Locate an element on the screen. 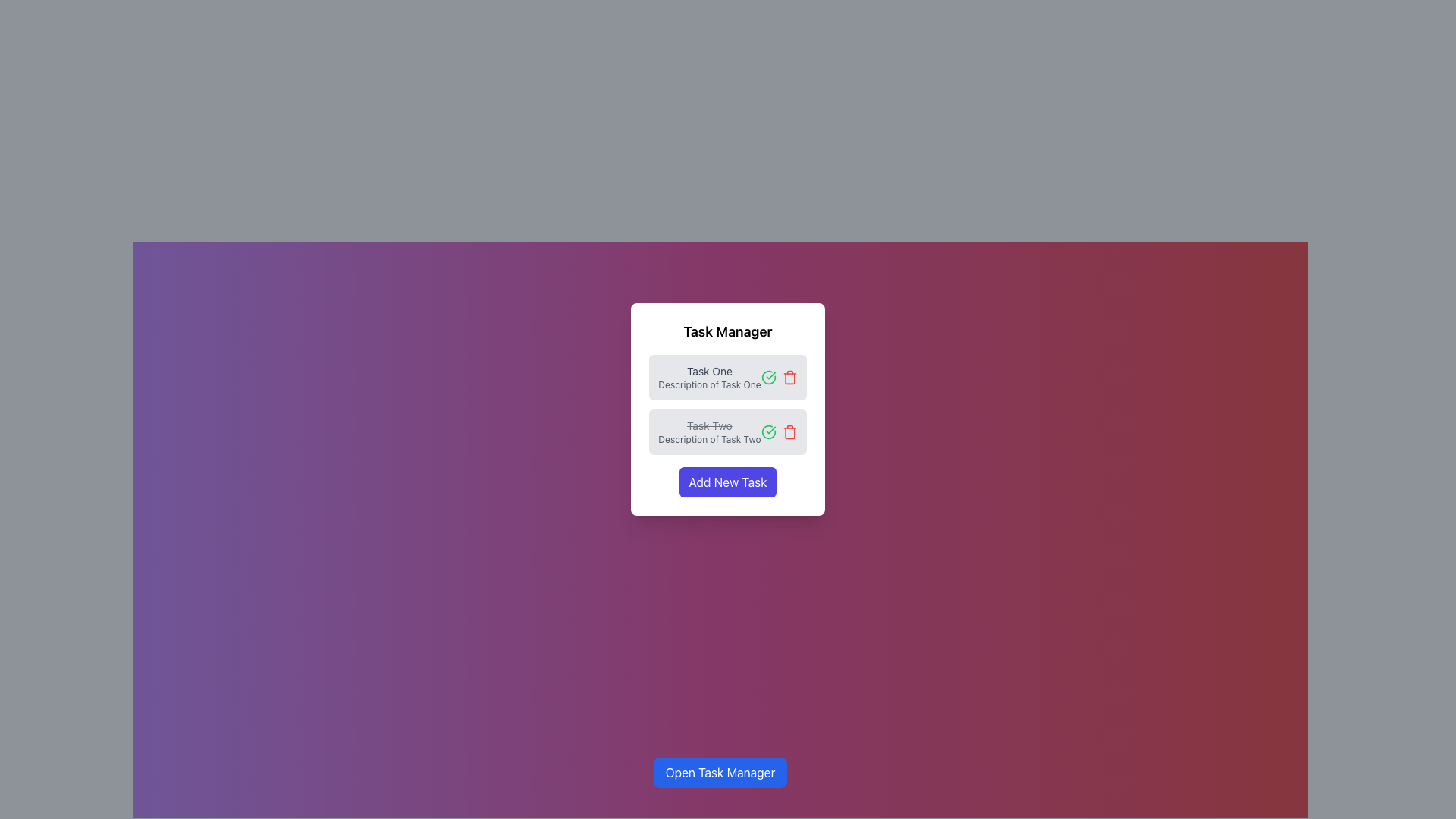 The width and height of the screenshot is (1456, 819). the static text label that serves as the heading of the modal window, which is positioned at the top and centered above the task entries is located at coordinates (728, 331).